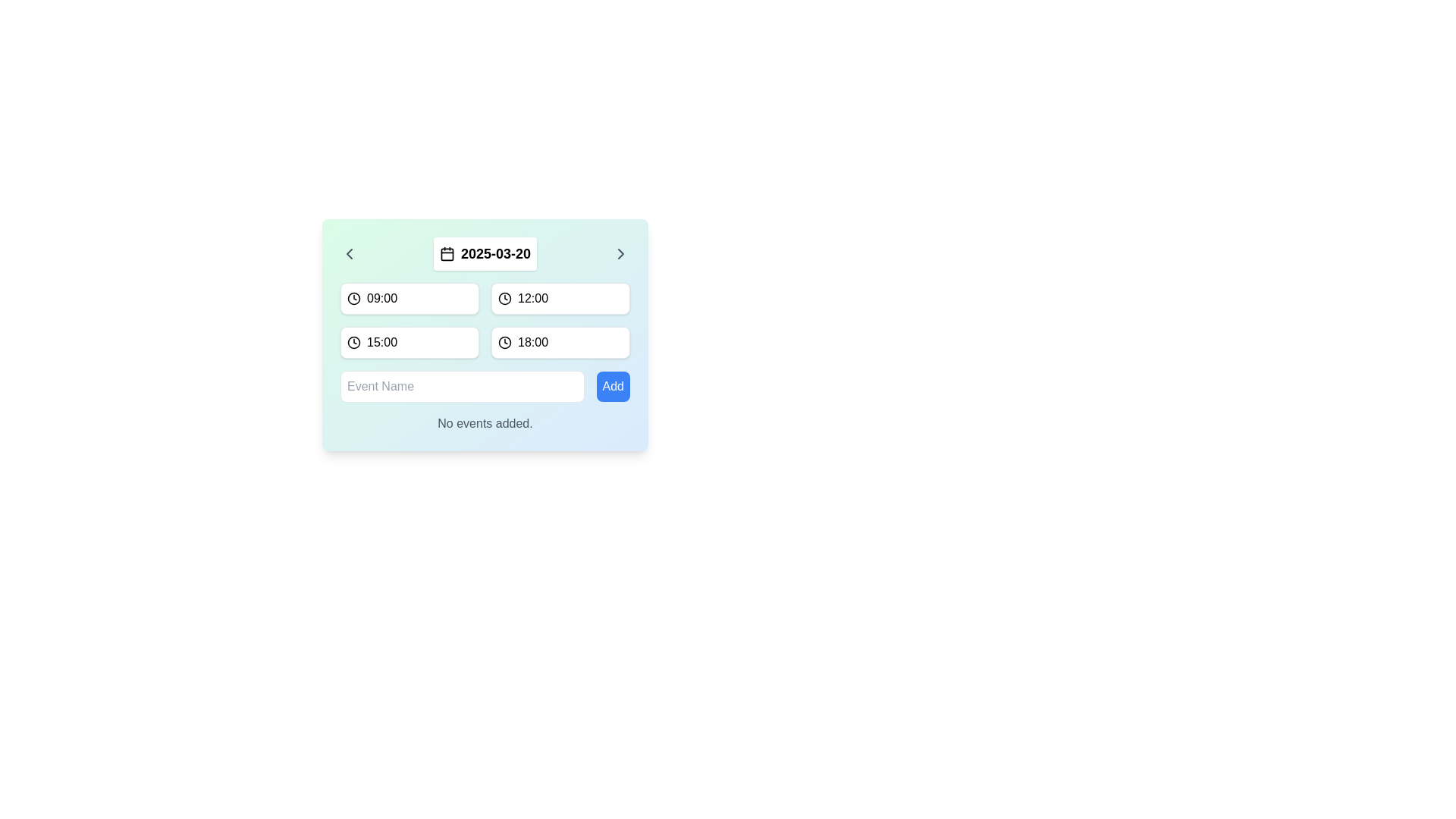 Image resolution: width=1456 pixels, height=819 pixels. Describe the element at coordinates (353, 342) in the screenshot. I see `the small clock icon located in the second row, first column of the grid, which is styled in an outline format and displays the time '15:00'` at that location.